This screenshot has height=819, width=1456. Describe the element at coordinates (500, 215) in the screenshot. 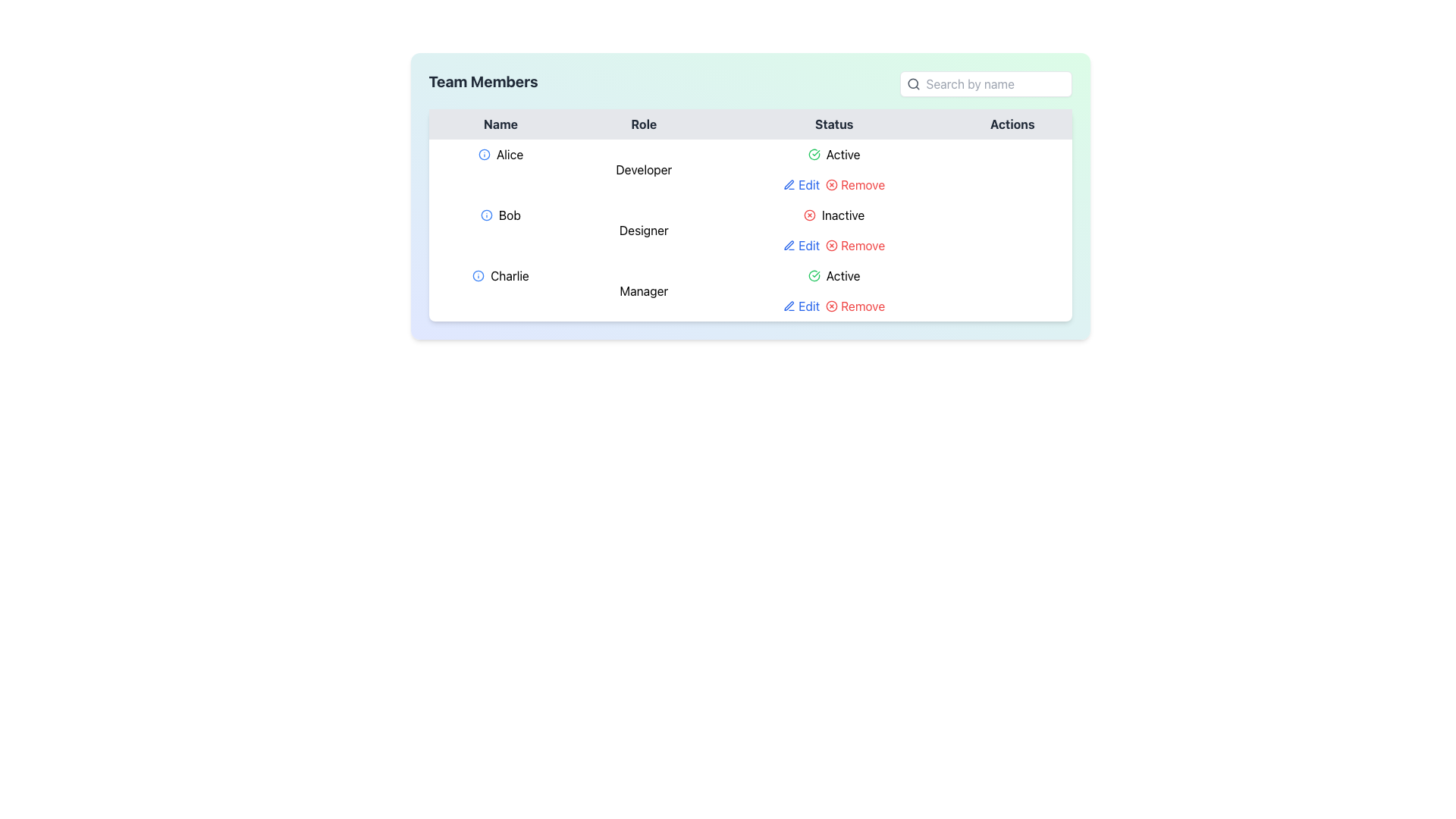

I see `the icon associated with the text label 'Bob' in the 'Team Members' table for additional information` at that location.